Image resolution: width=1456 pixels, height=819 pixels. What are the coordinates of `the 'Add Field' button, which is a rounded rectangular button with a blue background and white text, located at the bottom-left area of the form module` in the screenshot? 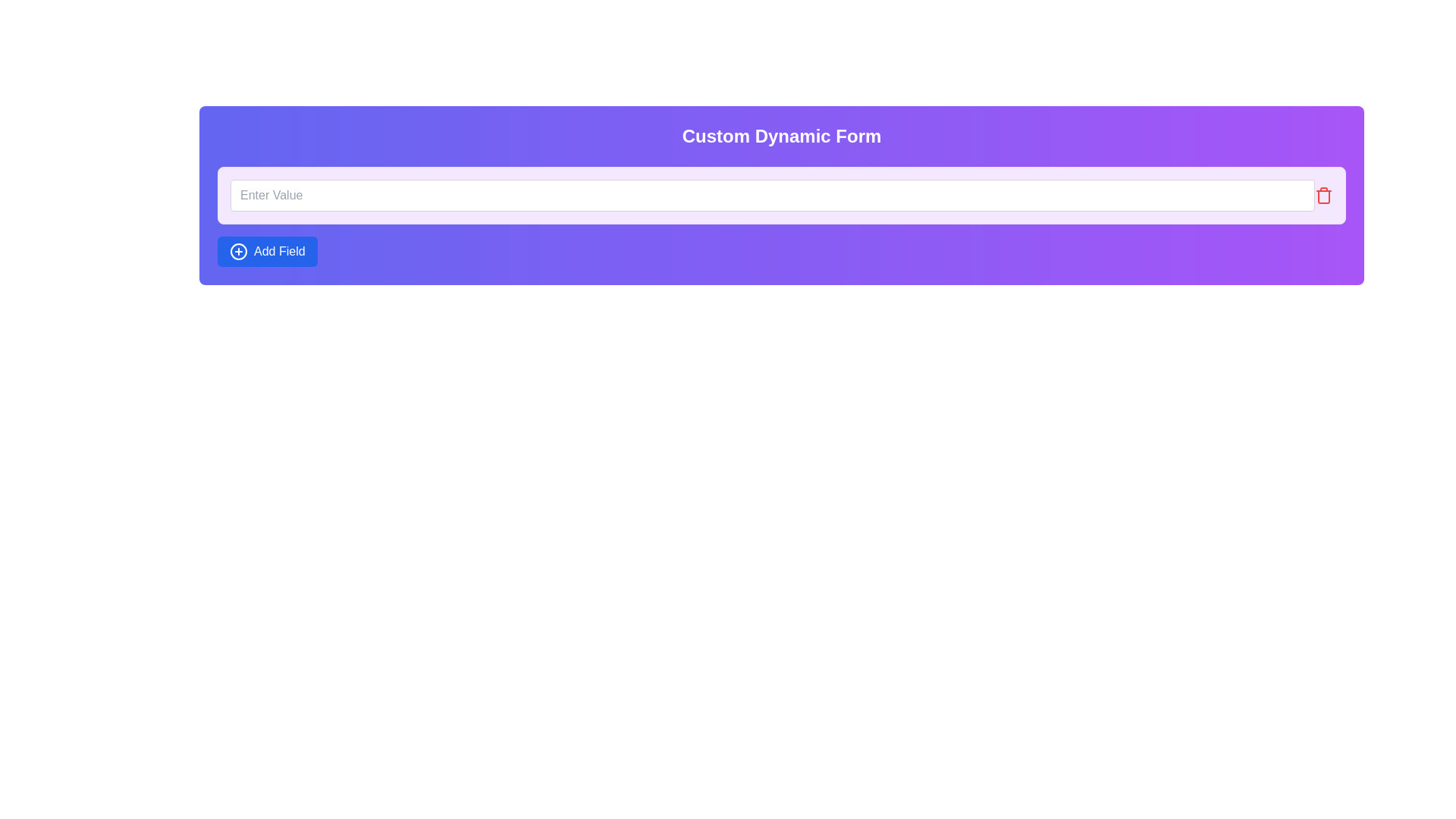 It's located at (279, 250).